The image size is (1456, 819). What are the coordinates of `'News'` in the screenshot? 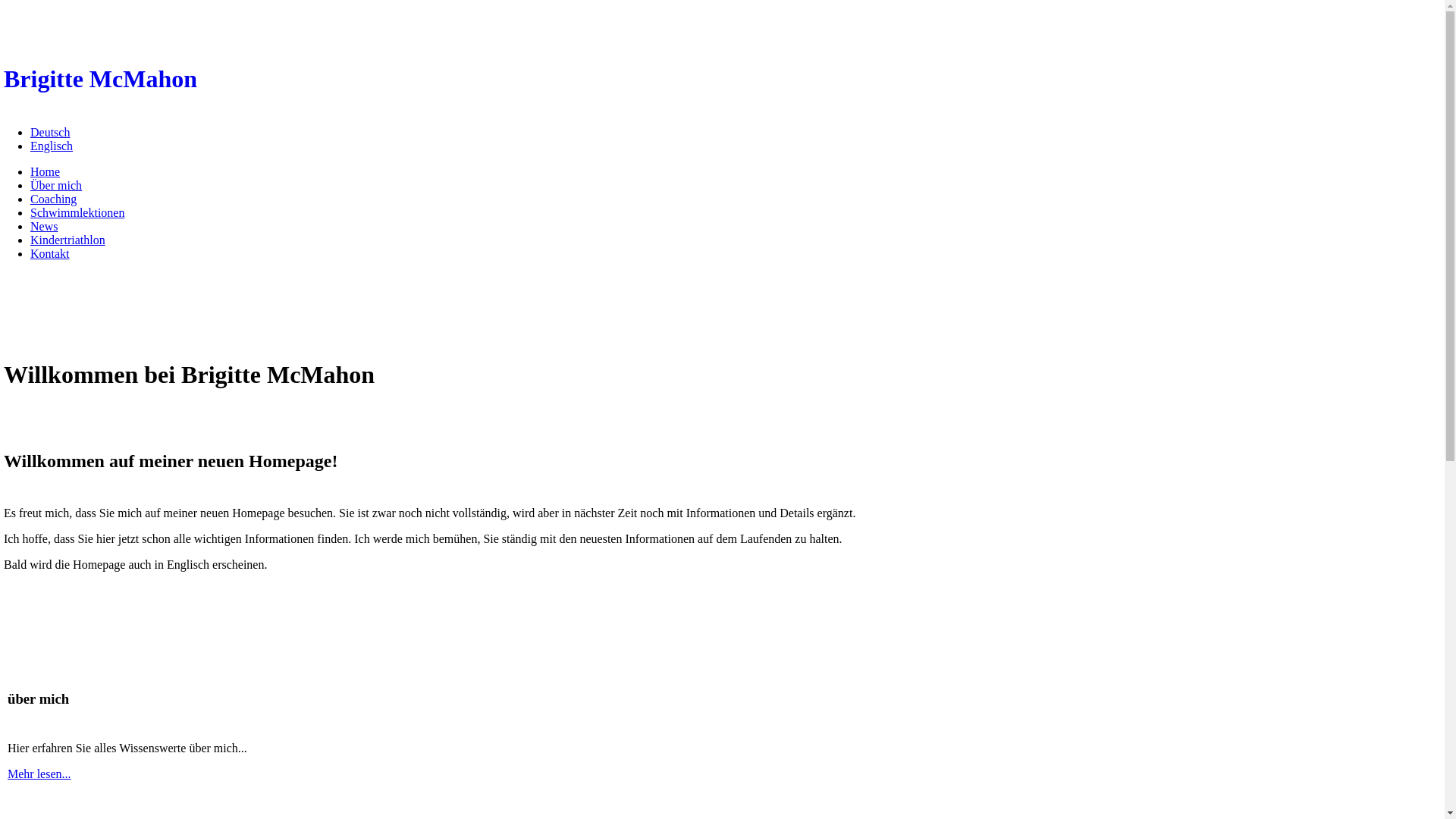 It's located at (43, 226).